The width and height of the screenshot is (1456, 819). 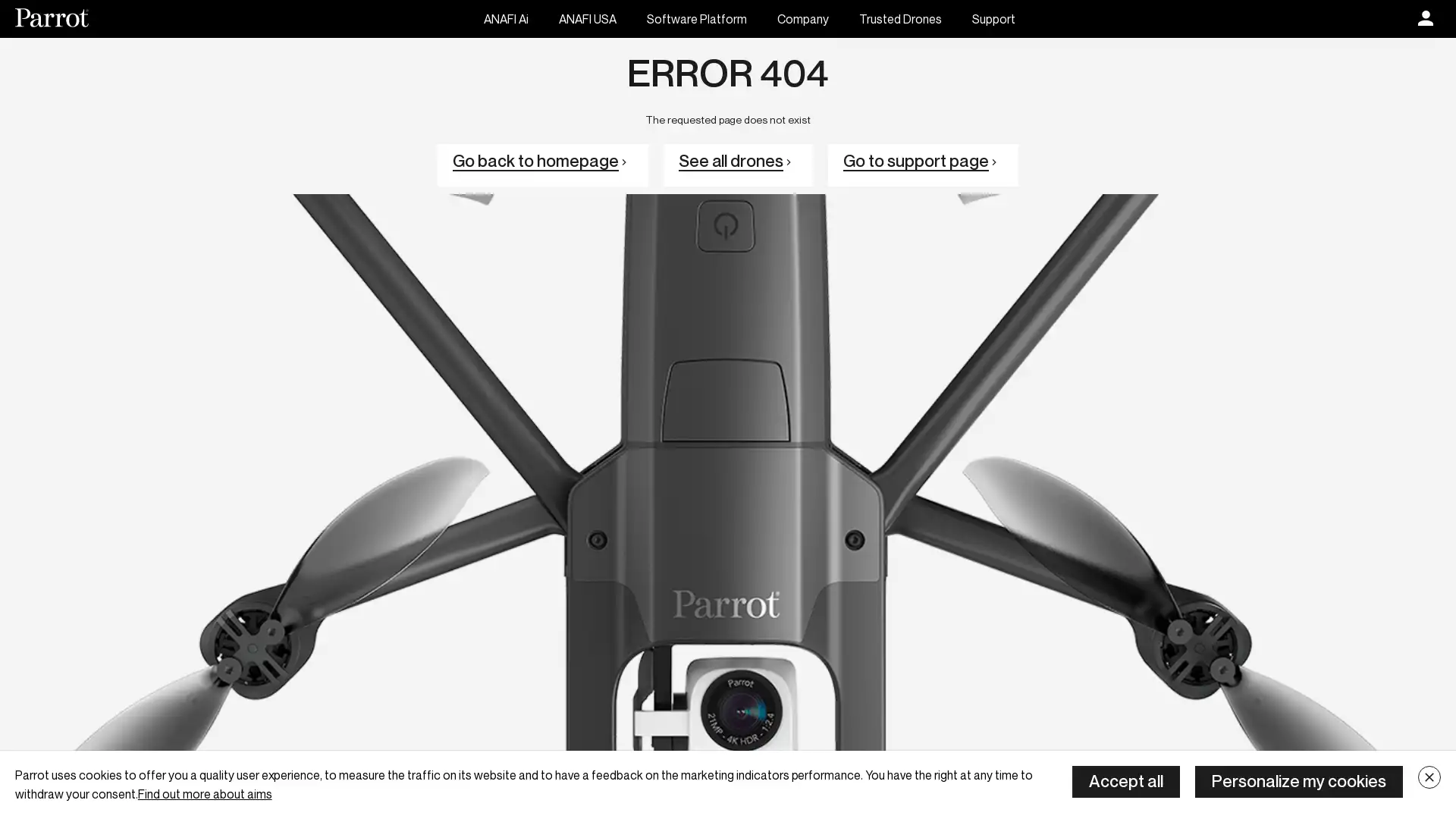 What do you see at coordinates (1429, 777) in the screenshot?
I see `close` at bounding box center [1429, 777].